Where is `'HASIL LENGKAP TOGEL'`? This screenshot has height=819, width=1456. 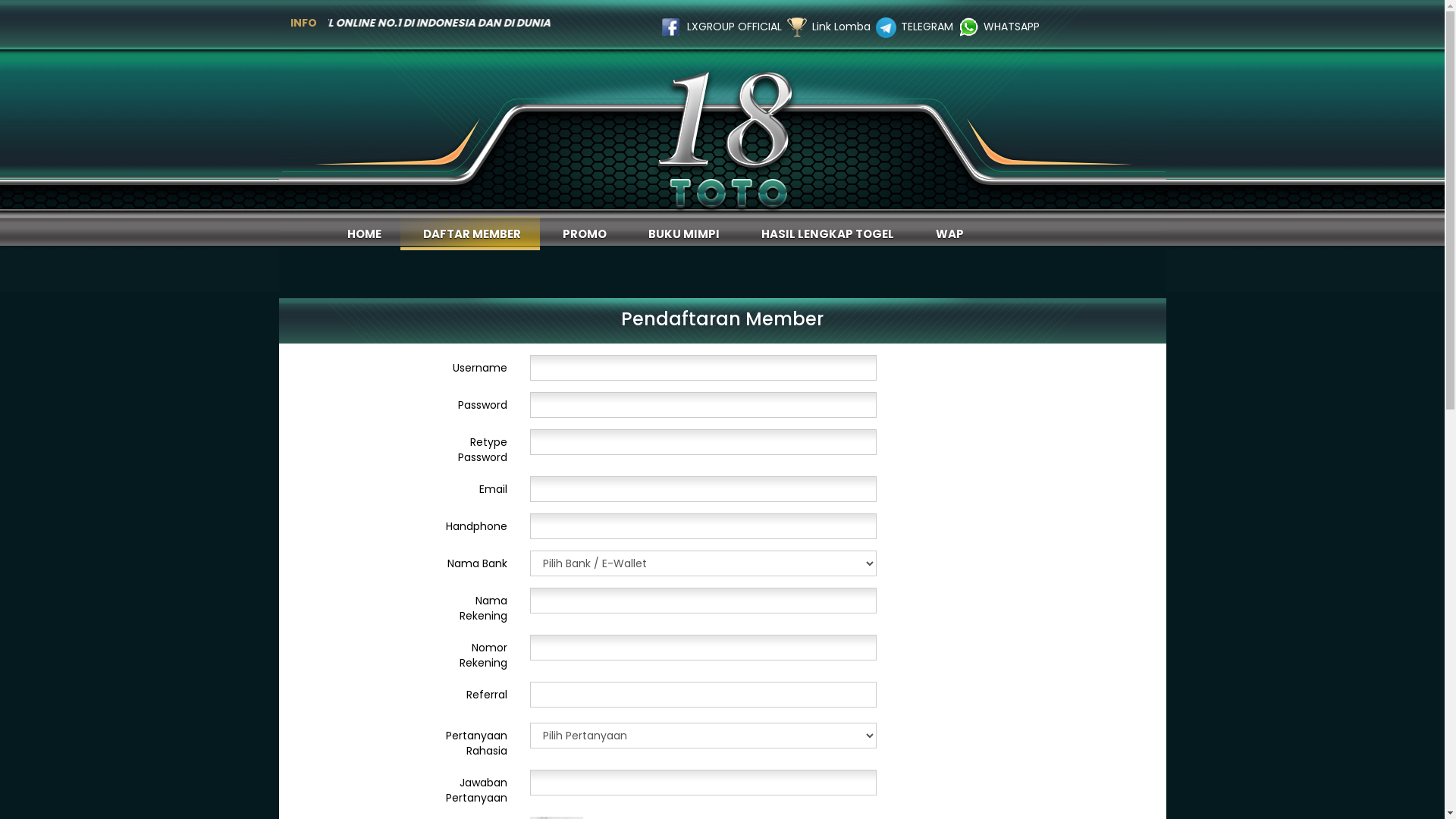
'HASIL LENGKAP TOGEL' is located at coordinates (825, 233).